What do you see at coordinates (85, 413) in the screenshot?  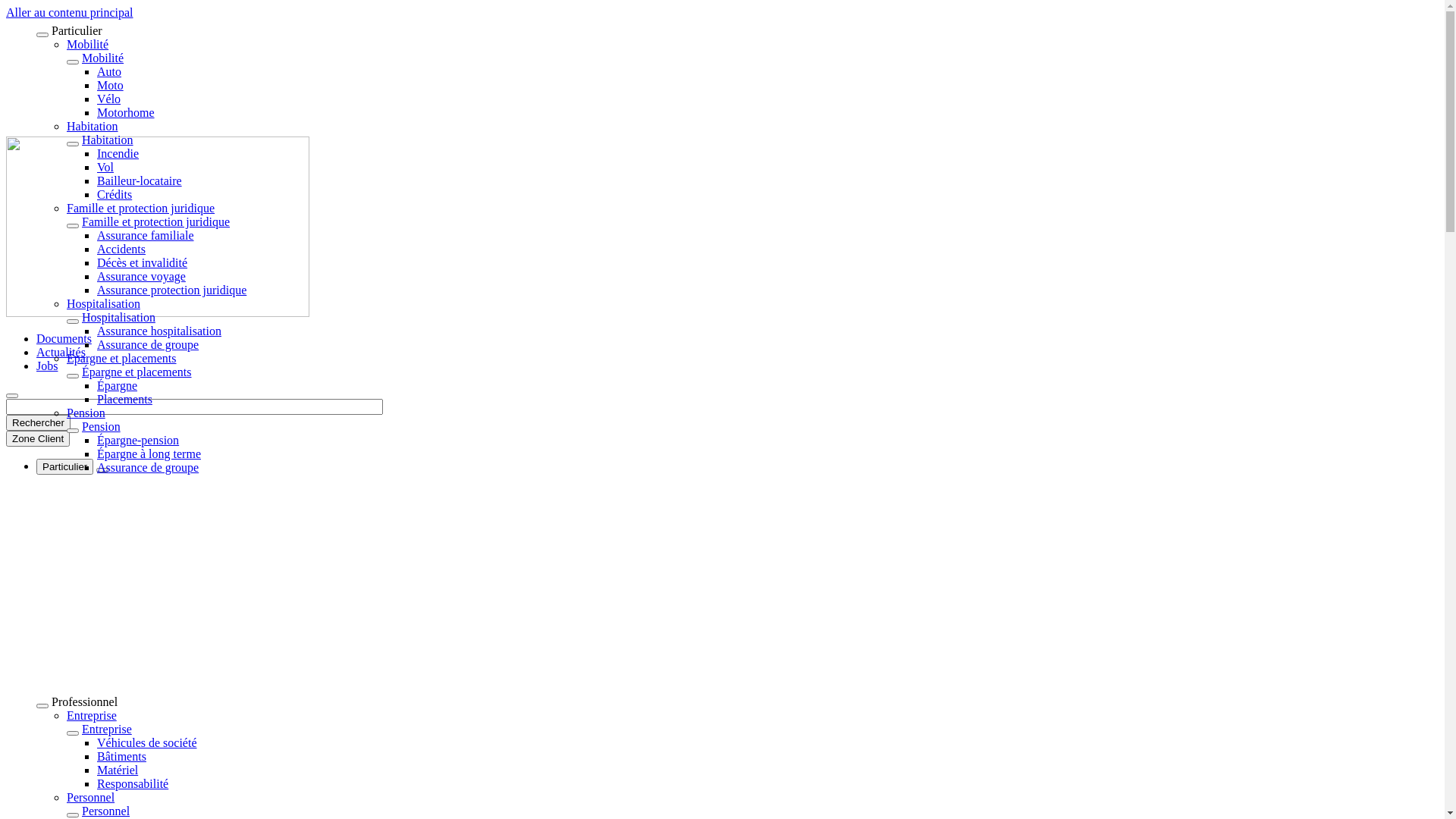 I see `'Pension'` at bounding box center [85, 413].